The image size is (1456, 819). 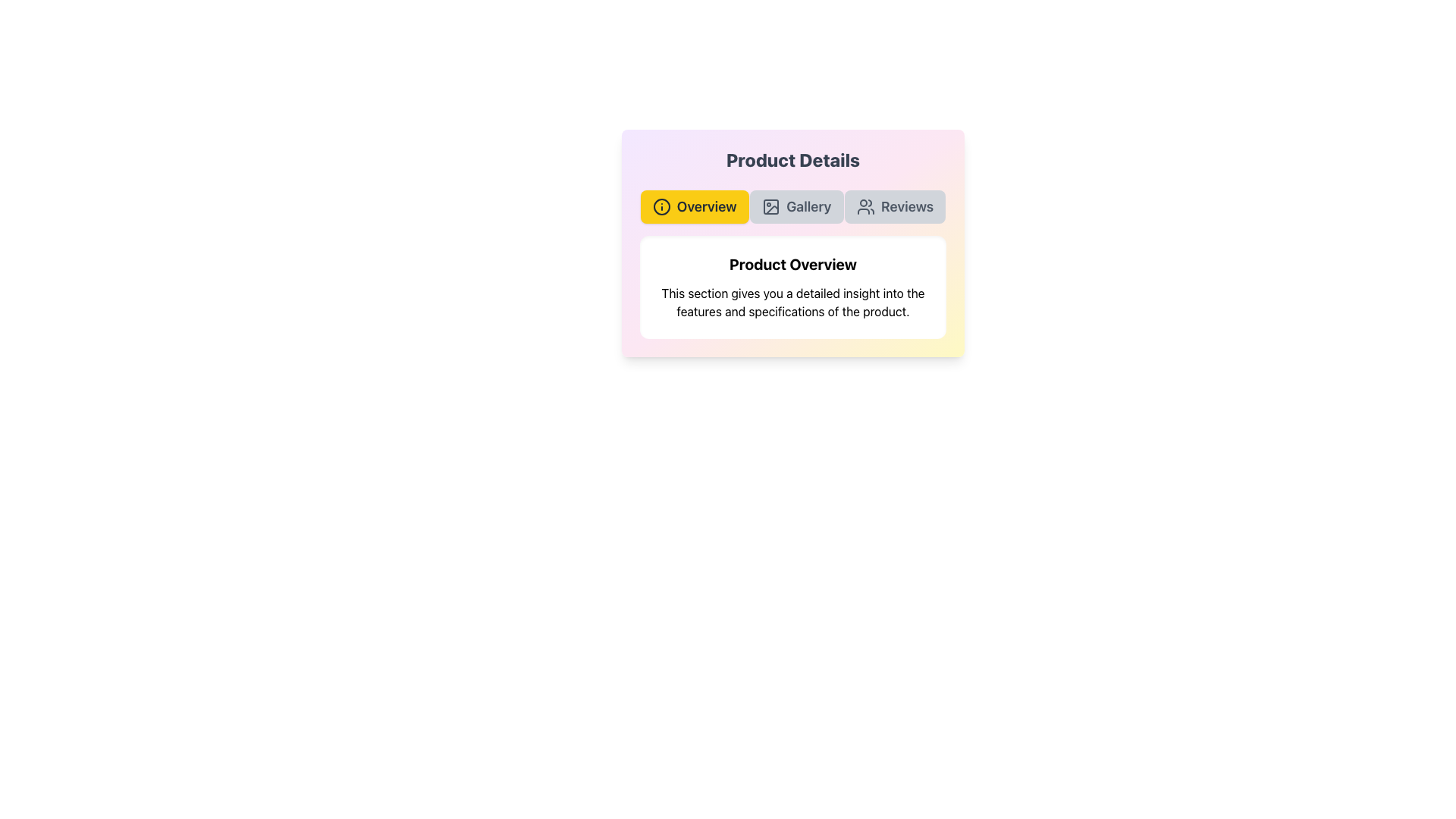 What do you see at coordinates (792, 263) in the screenshot?
I see `header text located at the center of the header element, which introduces the content section beneath it` at bounding box center [792, 263].